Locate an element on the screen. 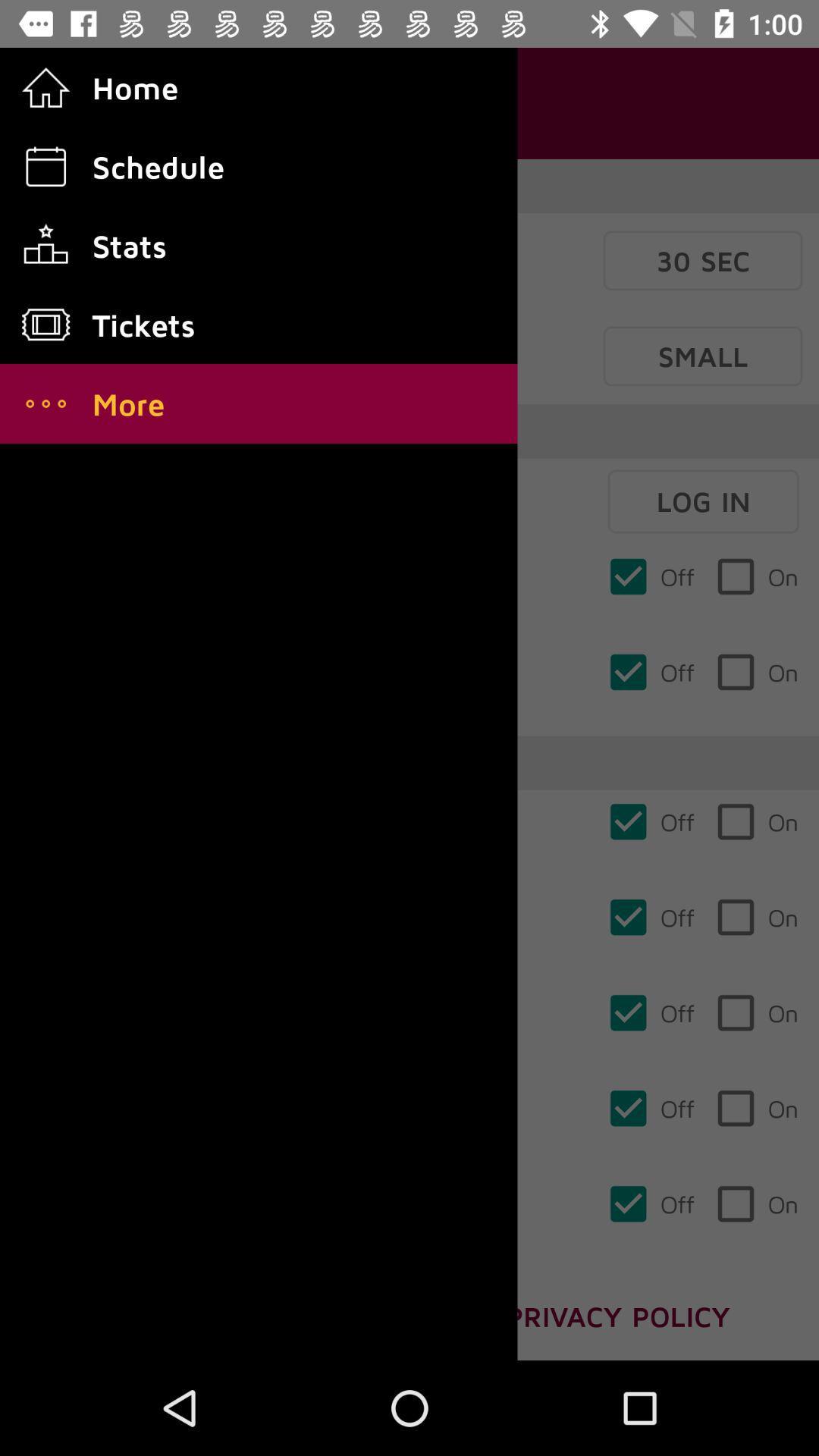  on which is below log in on the page is located at coordinates (757, 576).